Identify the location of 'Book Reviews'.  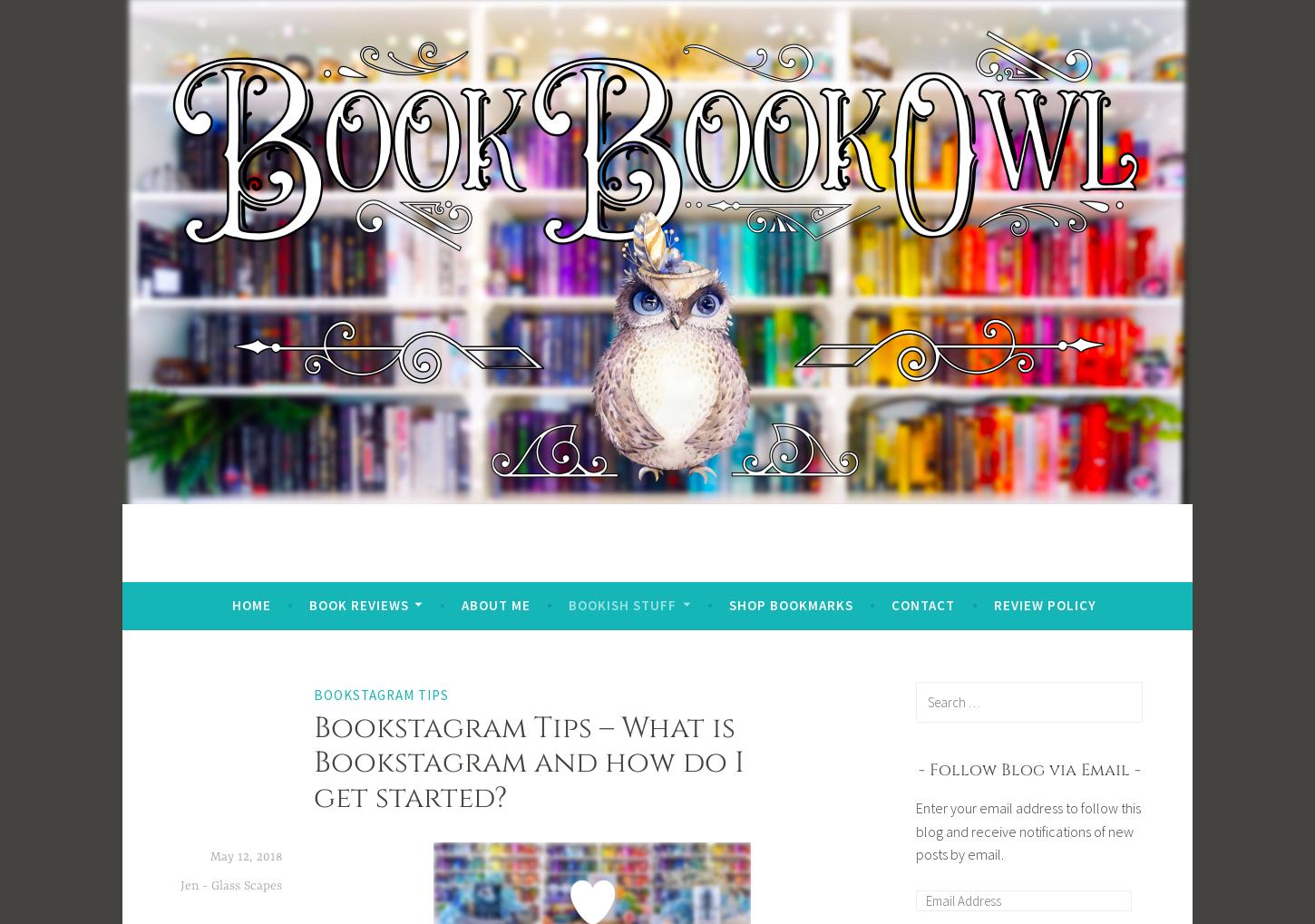
(357, 603).